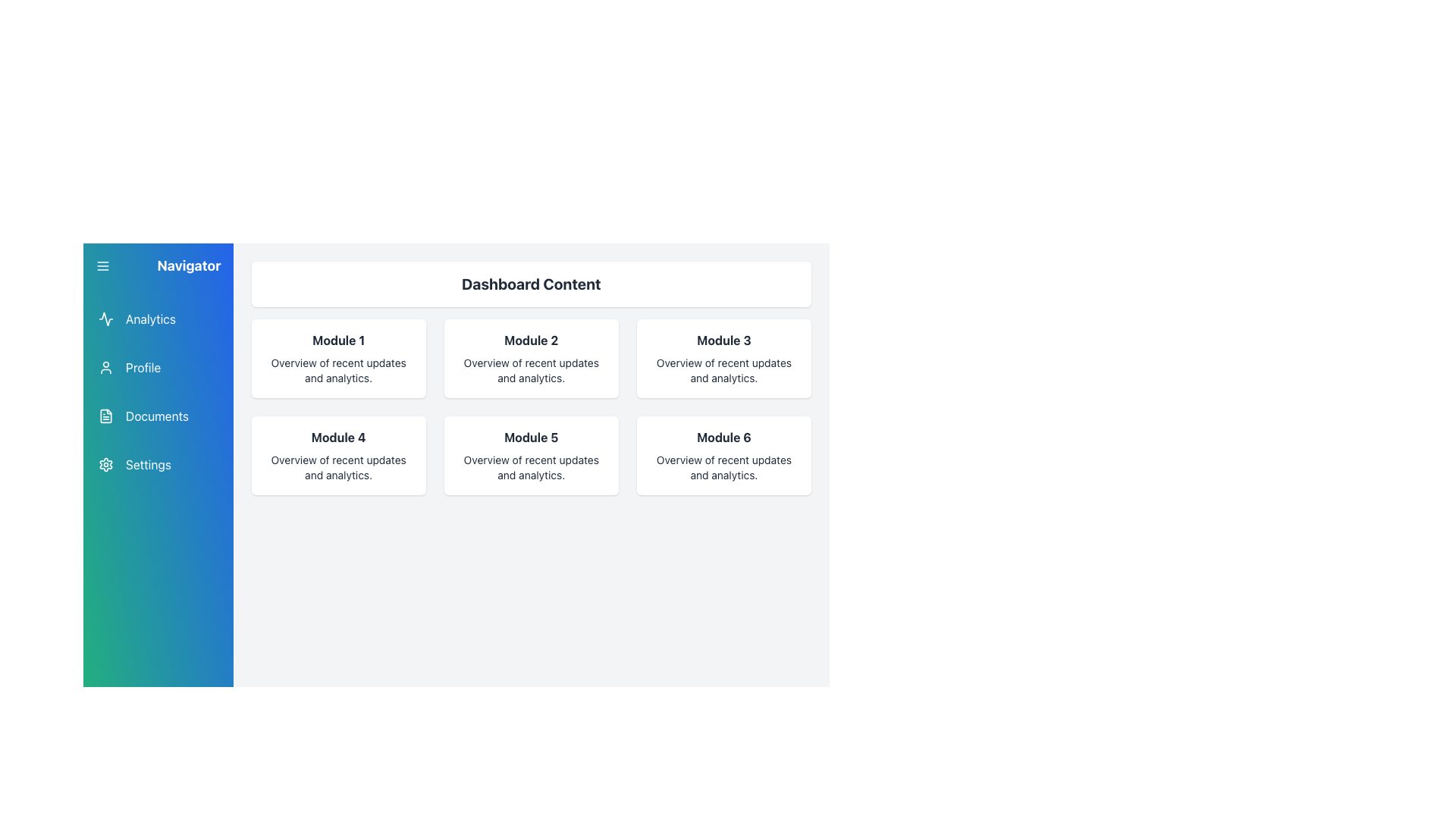 The width and height of the screenshot is (1456, 819). What do you see at coordinates (531, 371) in the screenshot?
I see `the Text Label displaying 'Overview of recent updates and analytics.' located in 'Module 2' beneath its title` at bounding box center [531, 371].